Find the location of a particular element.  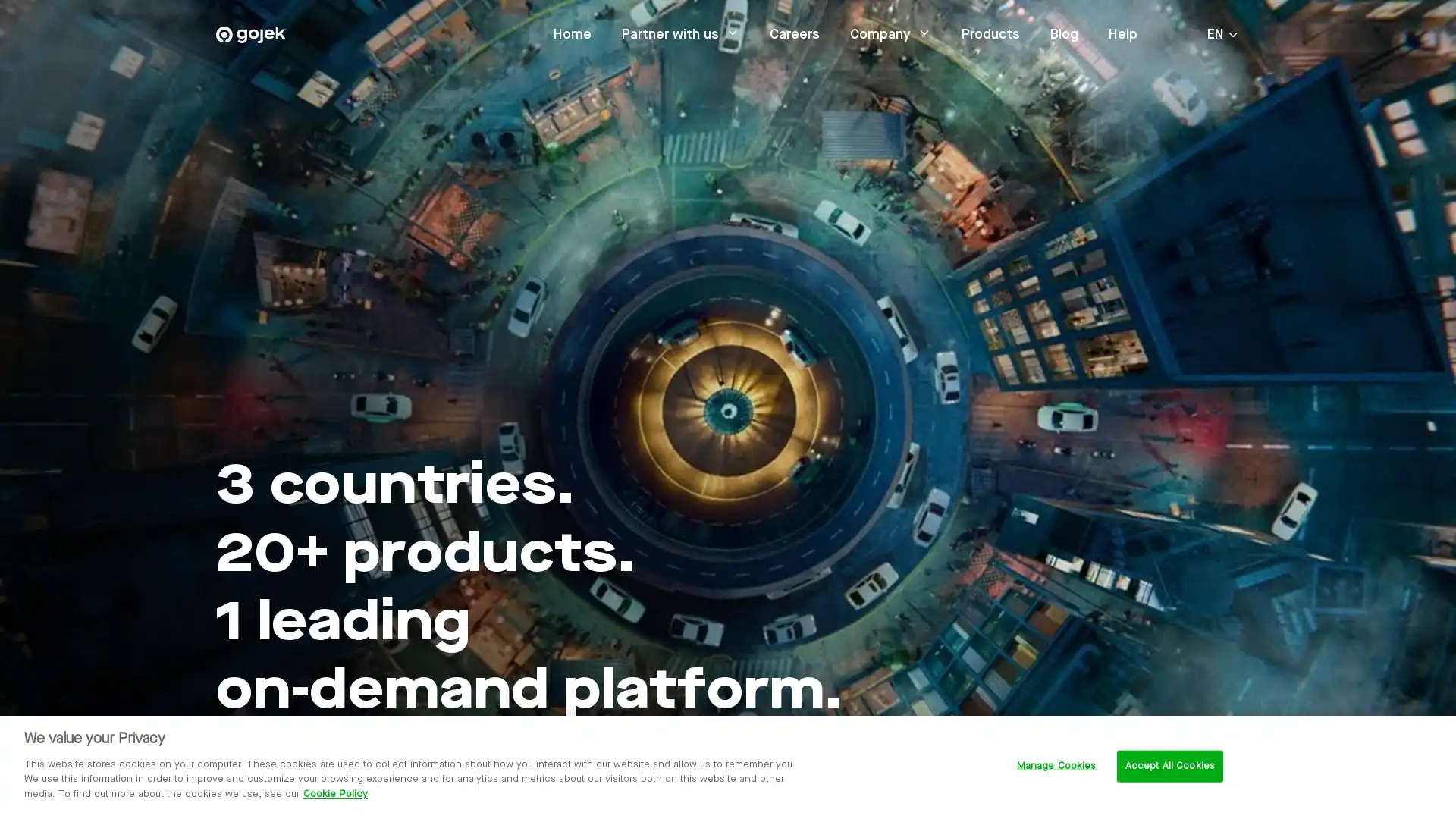

Accept All Cookies is located at coordinates (1169, 766).